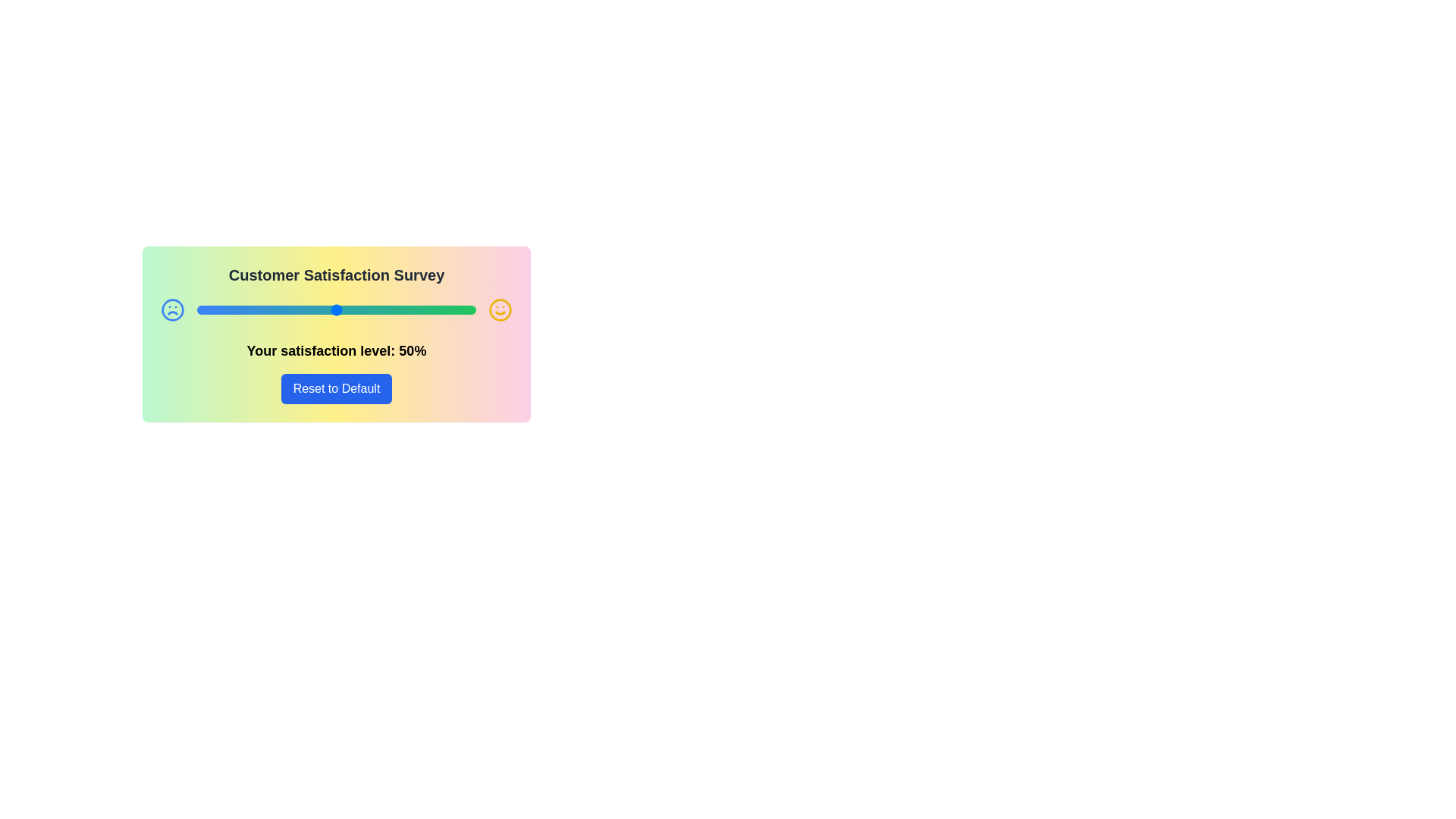 The width and height of the screenshot is (1456, 819). I want to click on the satisfaction slider to set the satisfaction level to 19, so click(249, 309).